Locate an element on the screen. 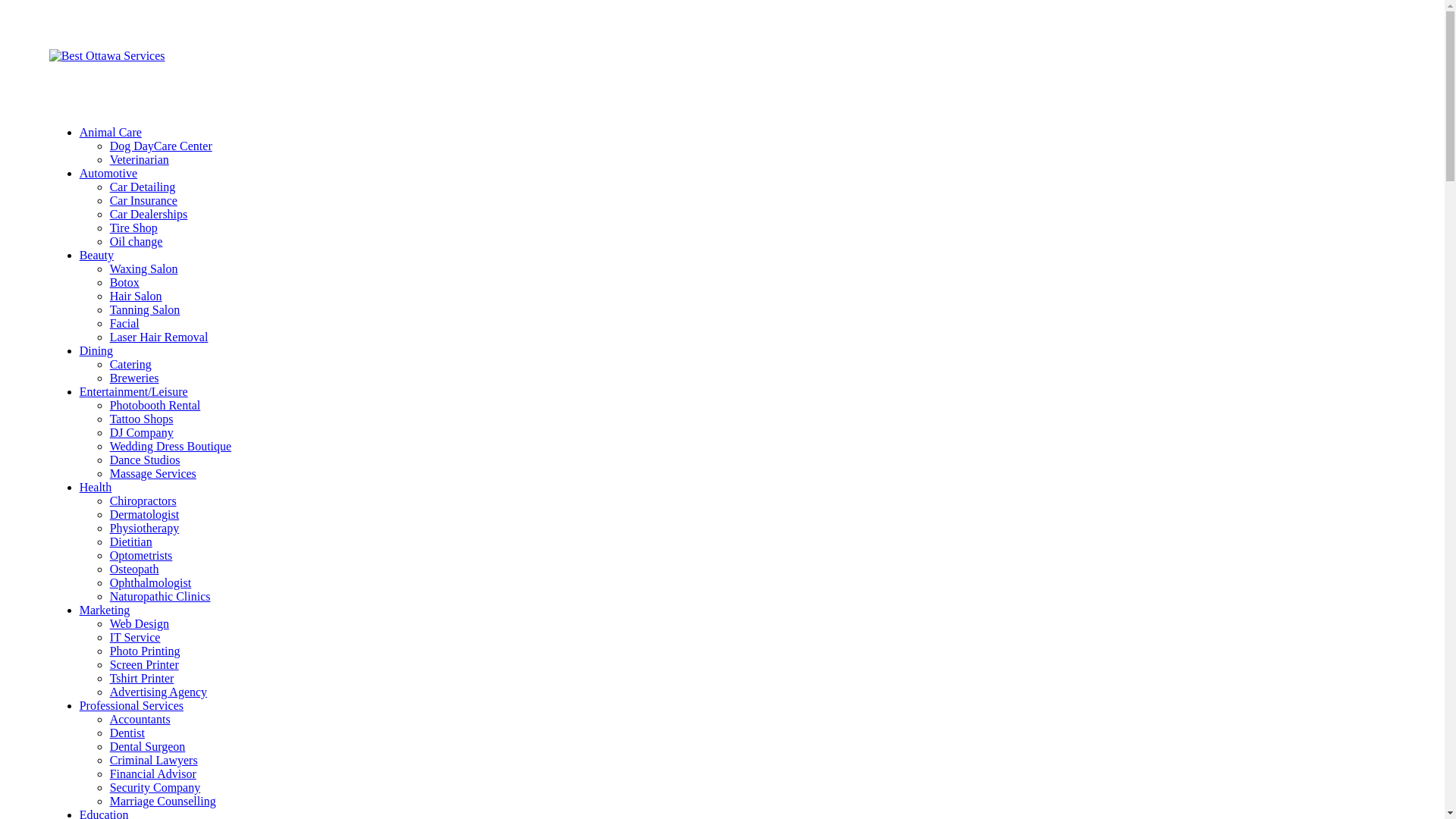  'Breweries' is located at coordinates (134, 377).